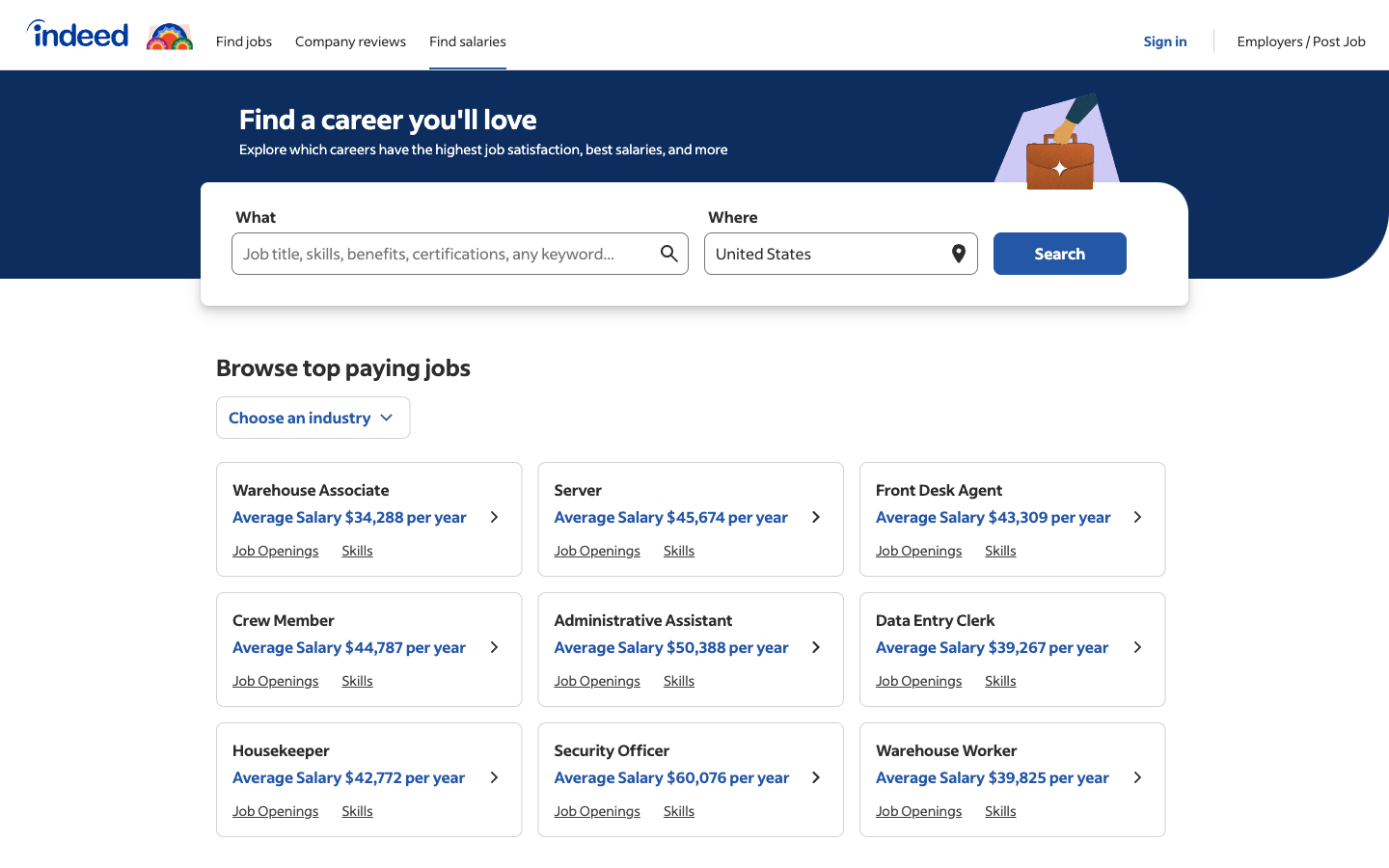  Describe the element at coordinates (1000, 810) in the screenshot. I see `Check the skills required for "Administrative Assistant` at that location.